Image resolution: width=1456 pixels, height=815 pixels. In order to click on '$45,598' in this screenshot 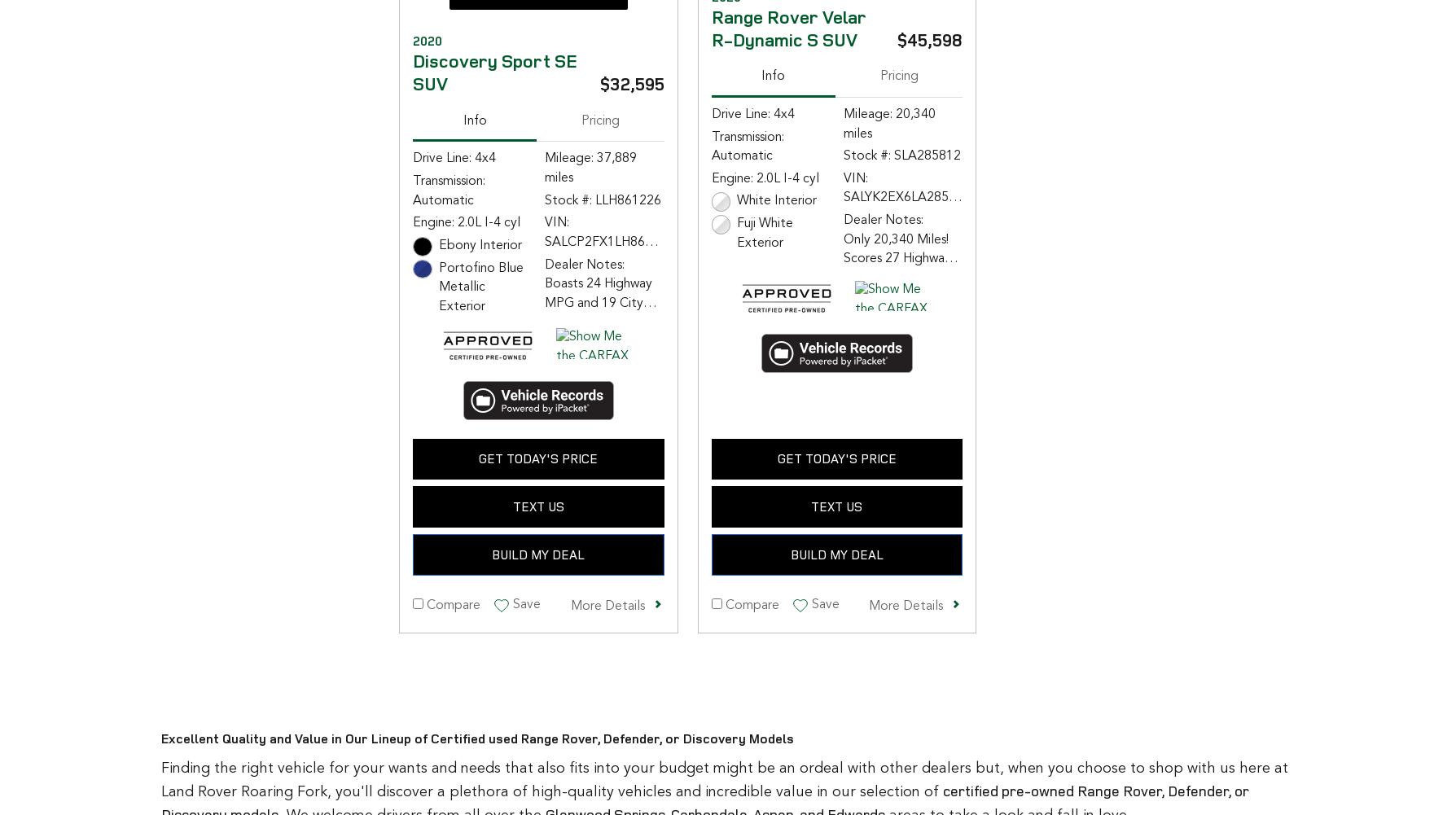, I will do `click(928, 38)`.